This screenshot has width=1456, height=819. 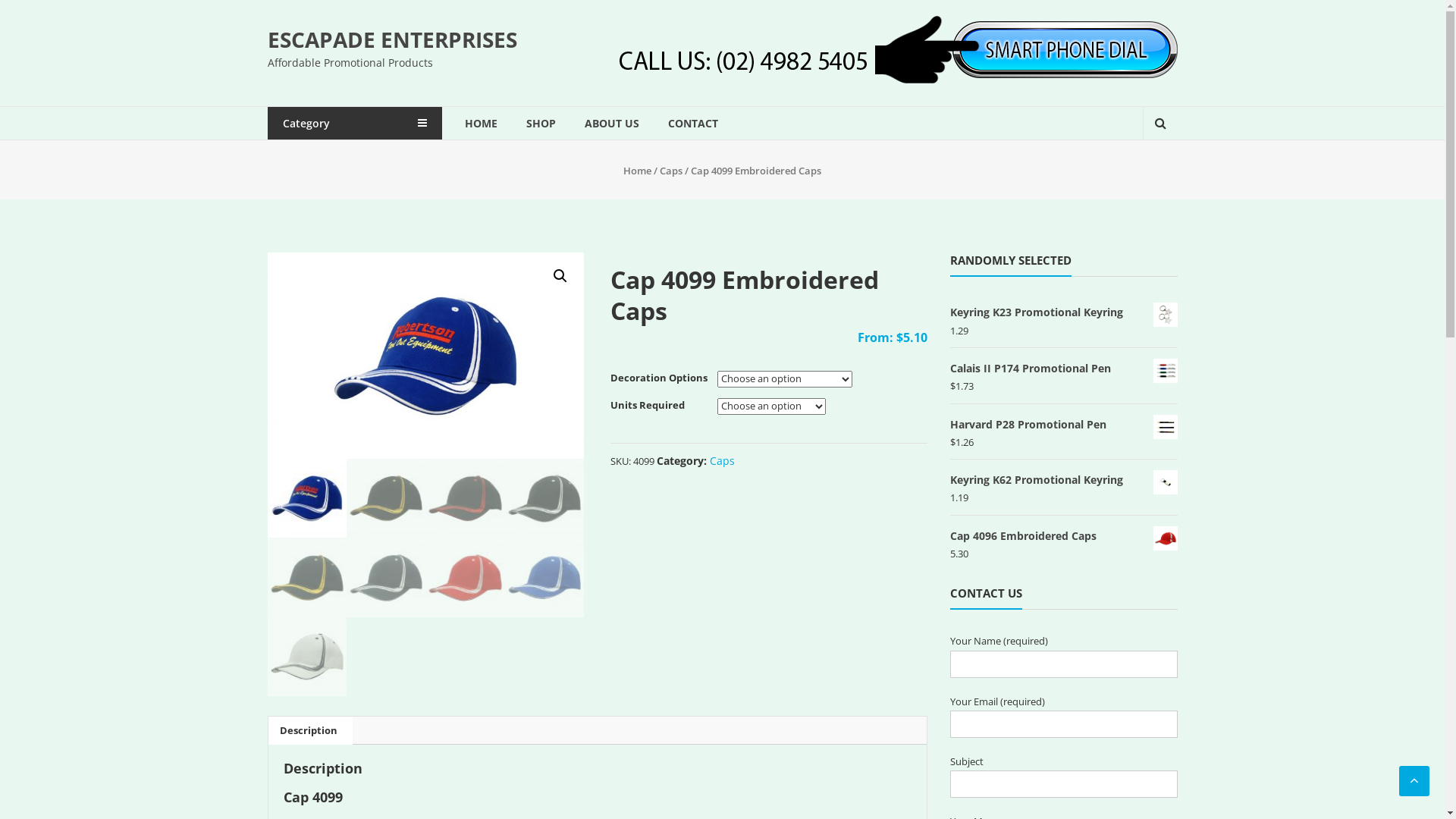 I want to click on 'Caps', so click(x=670, y=170).